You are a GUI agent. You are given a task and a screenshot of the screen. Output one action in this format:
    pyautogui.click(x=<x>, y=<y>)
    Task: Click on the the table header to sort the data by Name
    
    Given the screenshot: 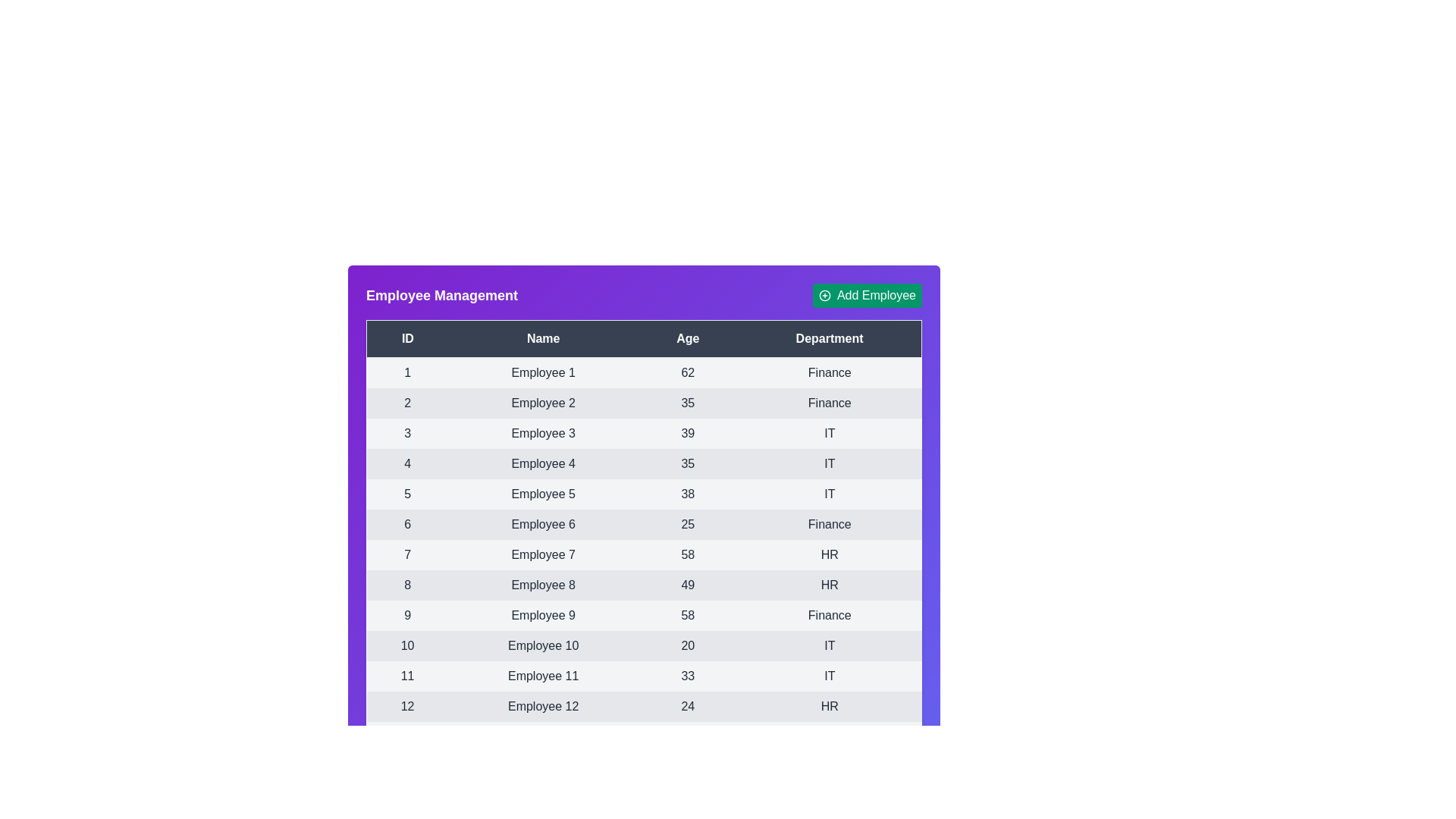 What is the action you would take?
    pyautogui.click(x=543, y=338)
    